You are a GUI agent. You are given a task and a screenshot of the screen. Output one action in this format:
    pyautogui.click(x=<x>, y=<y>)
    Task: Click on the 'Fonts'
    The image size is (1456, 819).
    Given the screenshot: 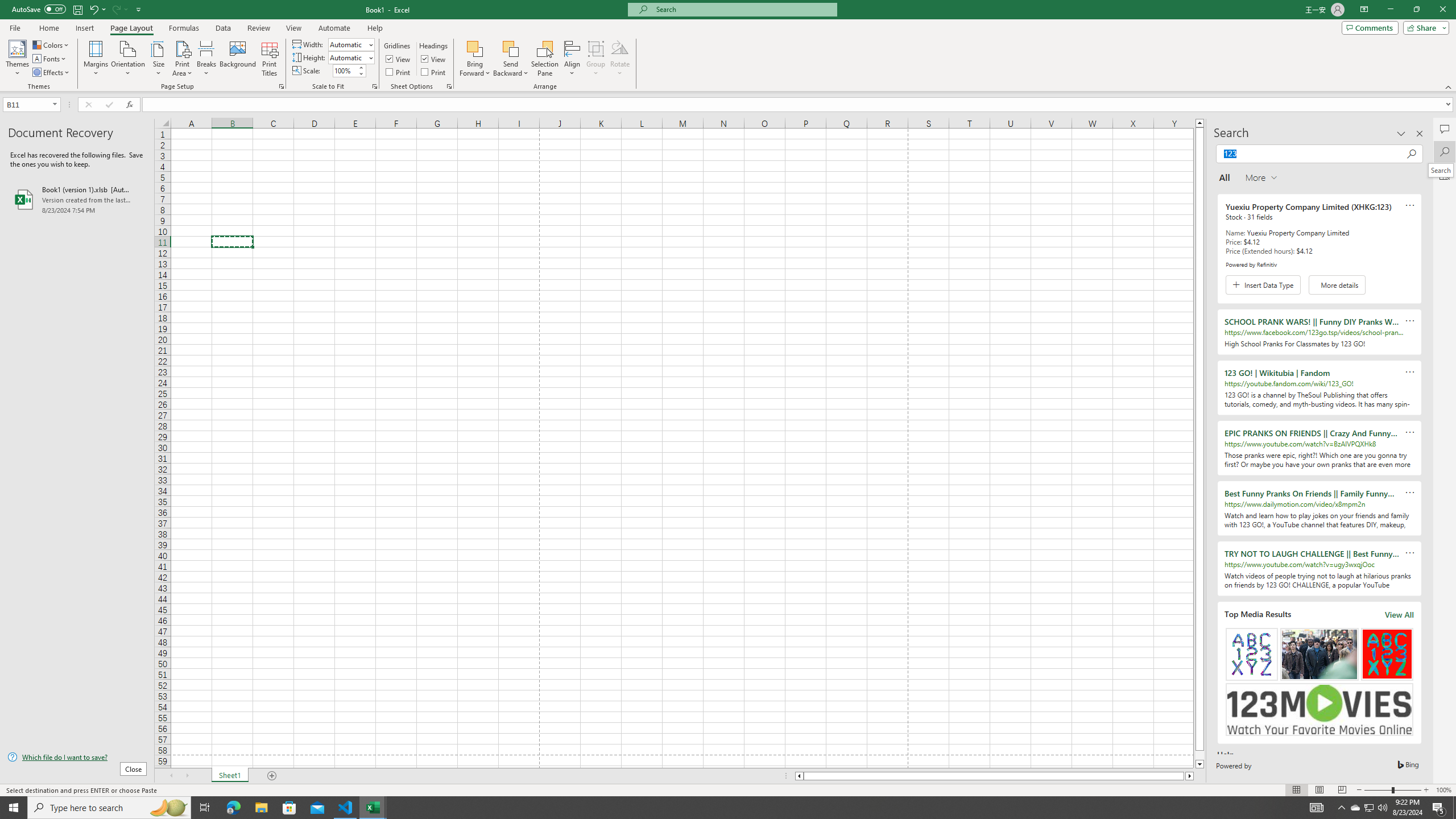 What is the action you would take?
    pyautogui.click(x=49, y=59)
    